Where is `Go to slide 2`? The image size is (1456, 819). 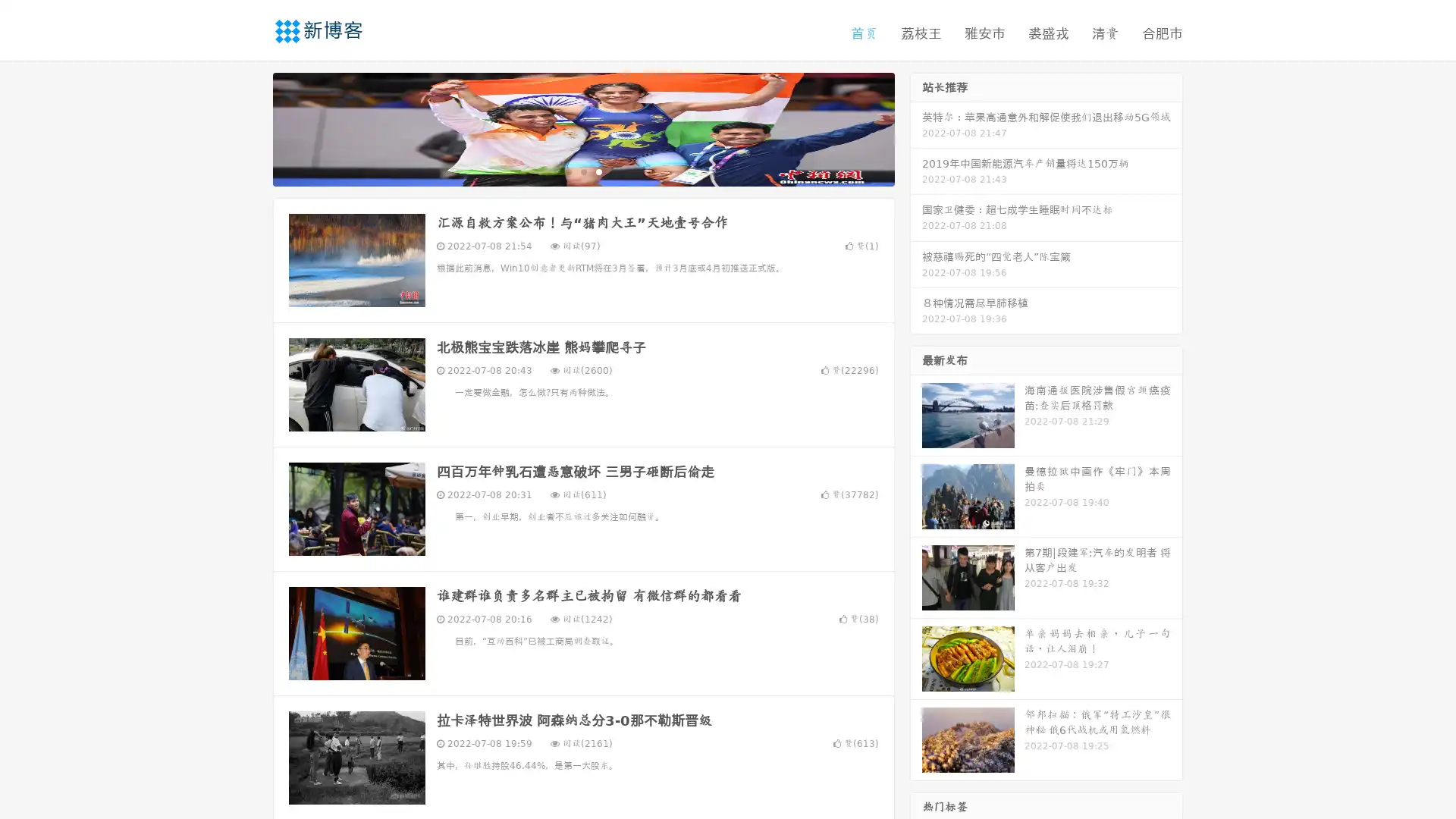 Go to slide 2 is located at coordinates (582, 171).